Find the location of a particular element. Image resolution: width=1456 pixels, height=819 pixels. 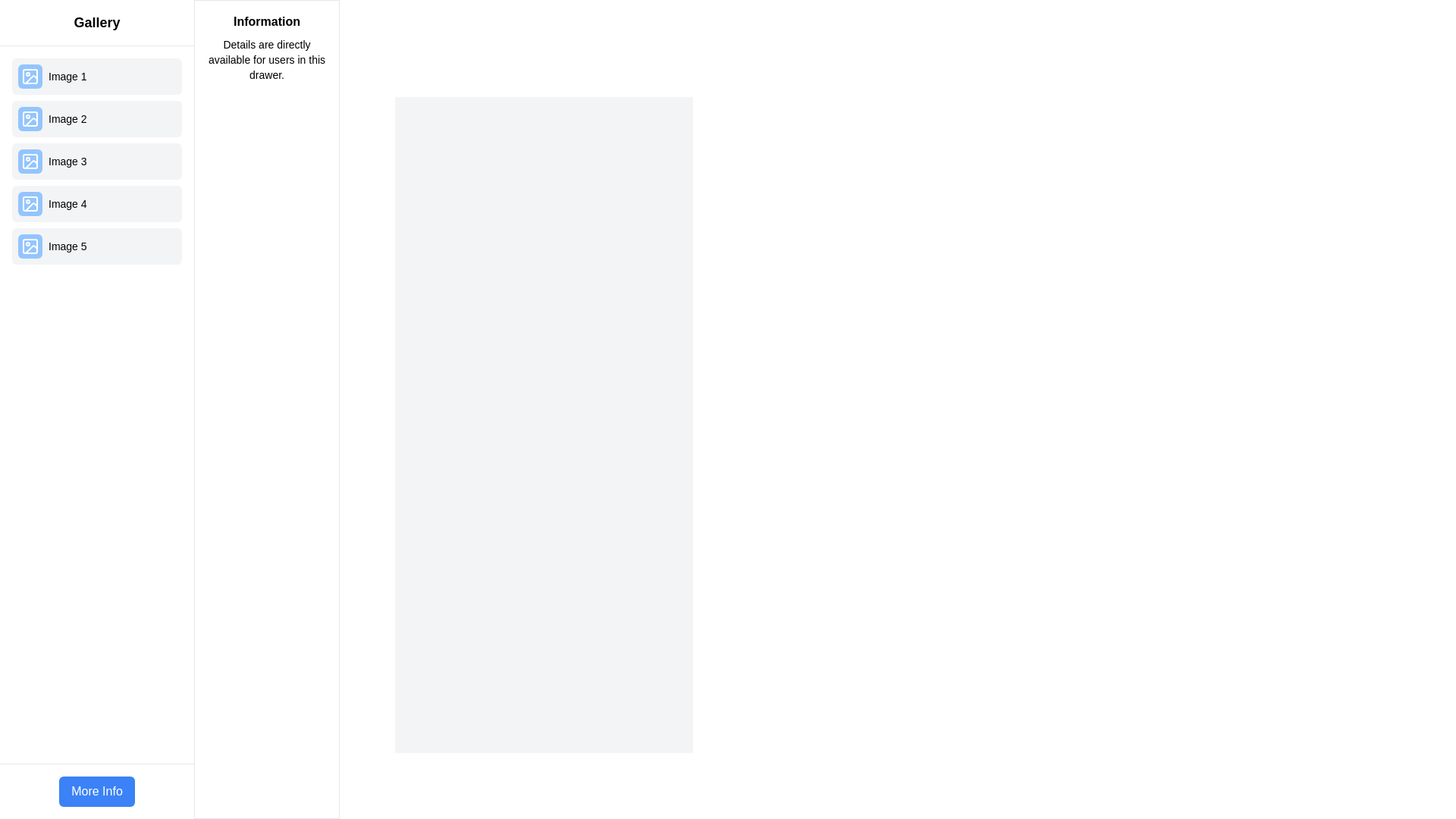

the text label that describes the fourth image item in the gallery, located below the third item in the left section of the interface is located at coordinates (67, 203).